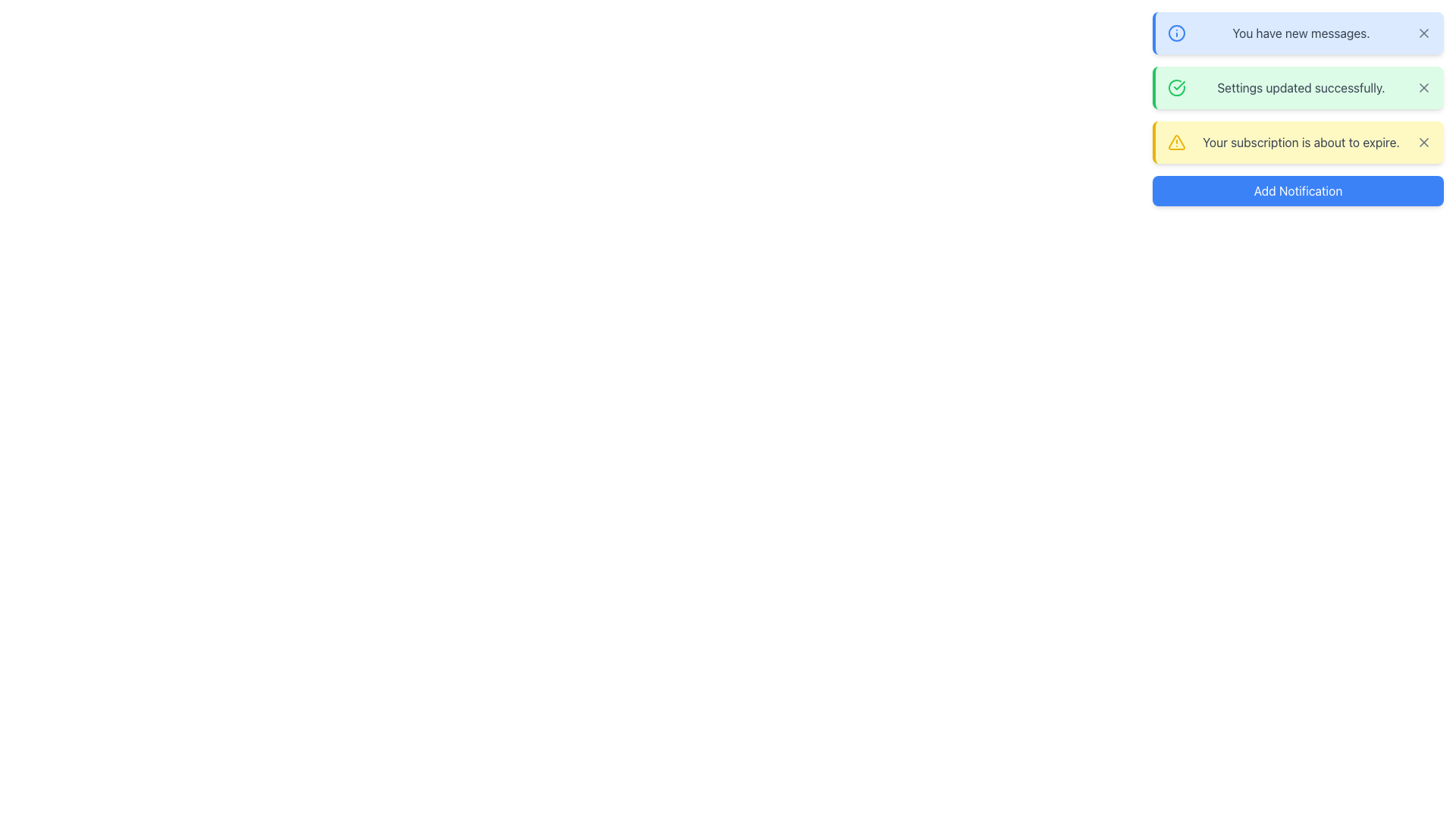 The height and width of the screenshot is (819, 1456). What do you see at coordinates (1298, 143) in the screenshot?
I see `the third notification card in the top-right corner that alerts the user about their subscription status approaching expiration` at bounding box center [1298, 143].